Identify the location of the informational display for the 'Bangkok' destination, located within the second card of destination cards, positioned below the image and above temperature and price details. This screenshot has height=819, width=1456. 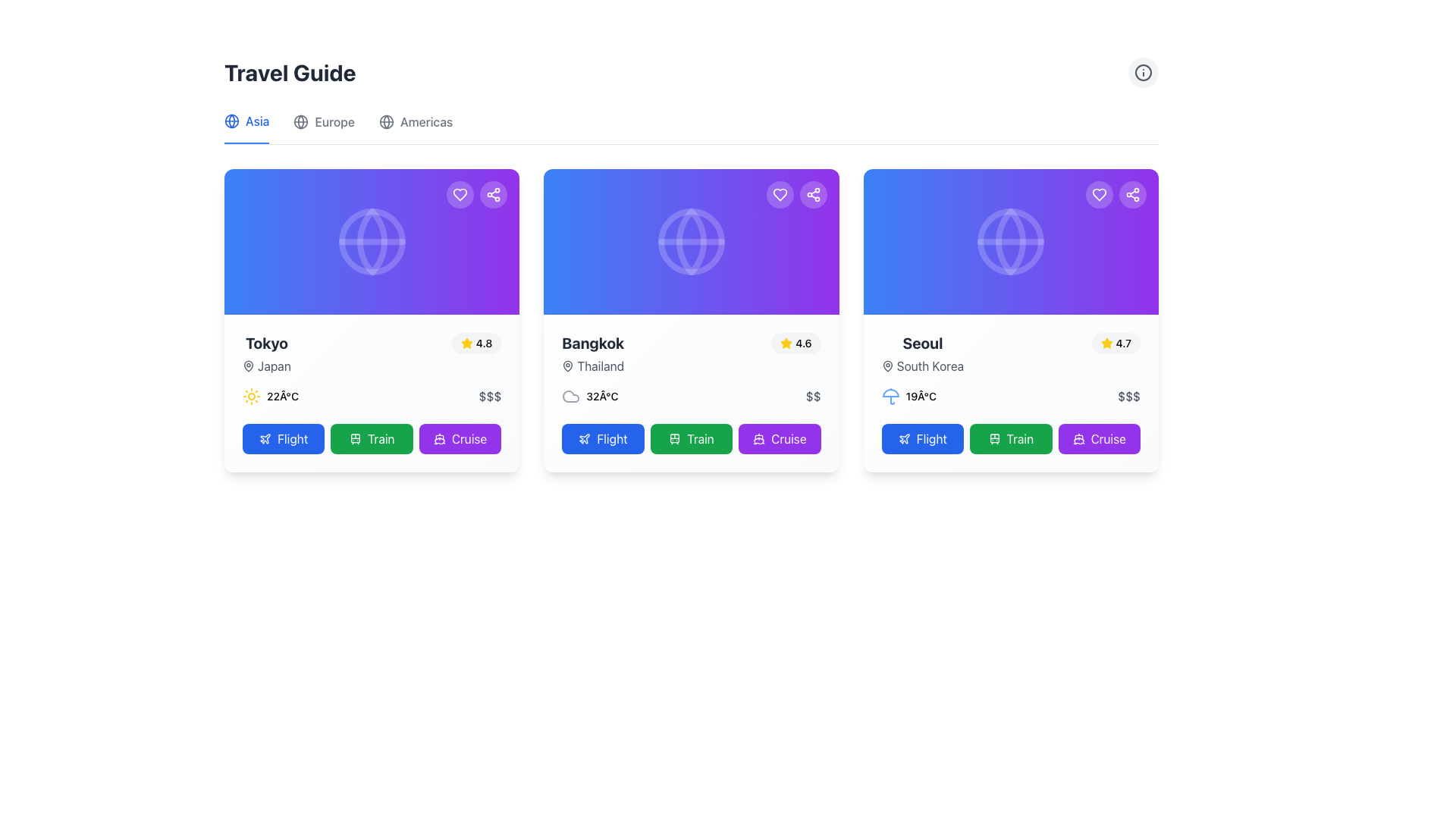
(691, 353).